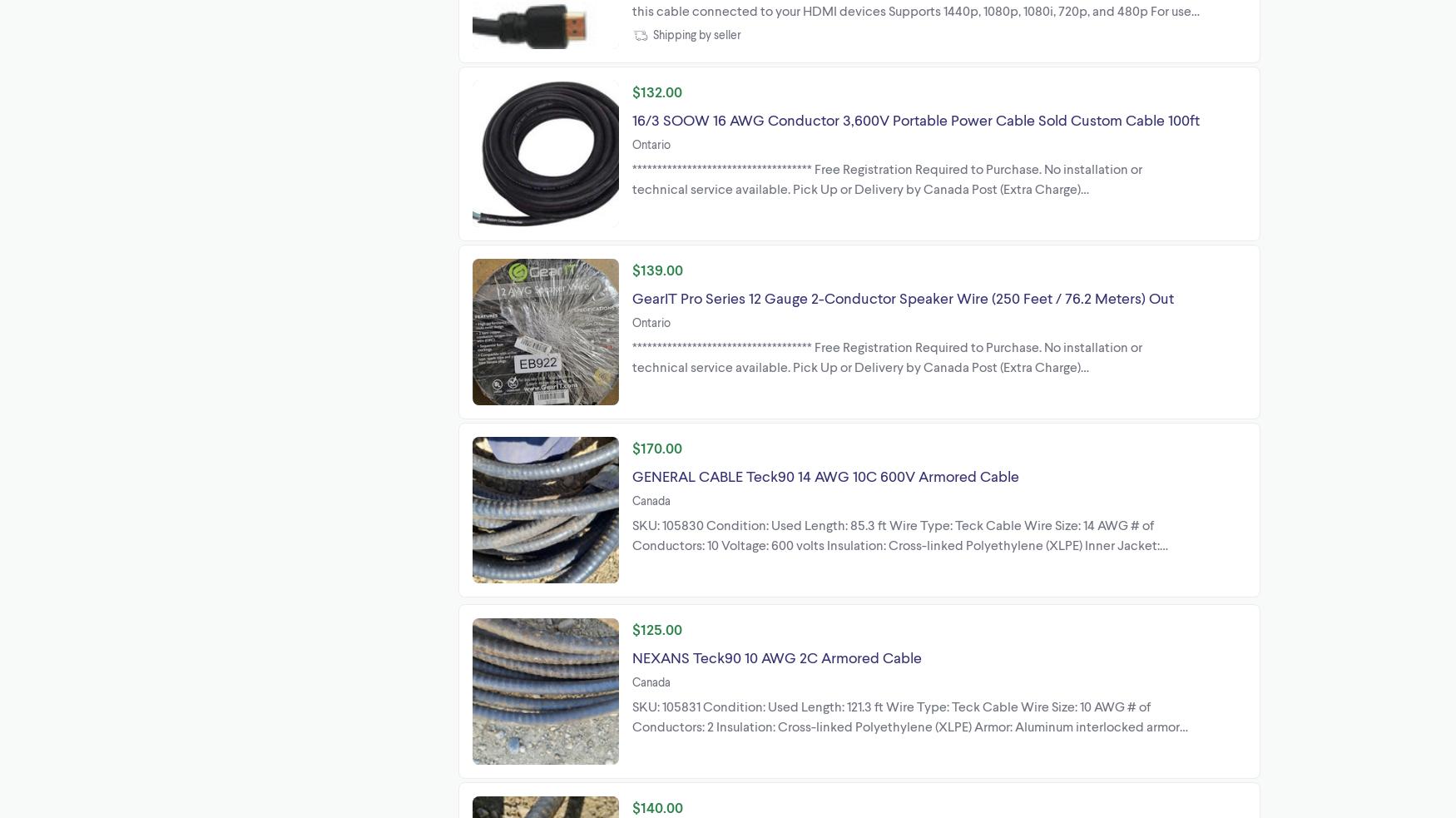 The image size is (1456, 818). I want to click on '$139.00', so click(656, 269).